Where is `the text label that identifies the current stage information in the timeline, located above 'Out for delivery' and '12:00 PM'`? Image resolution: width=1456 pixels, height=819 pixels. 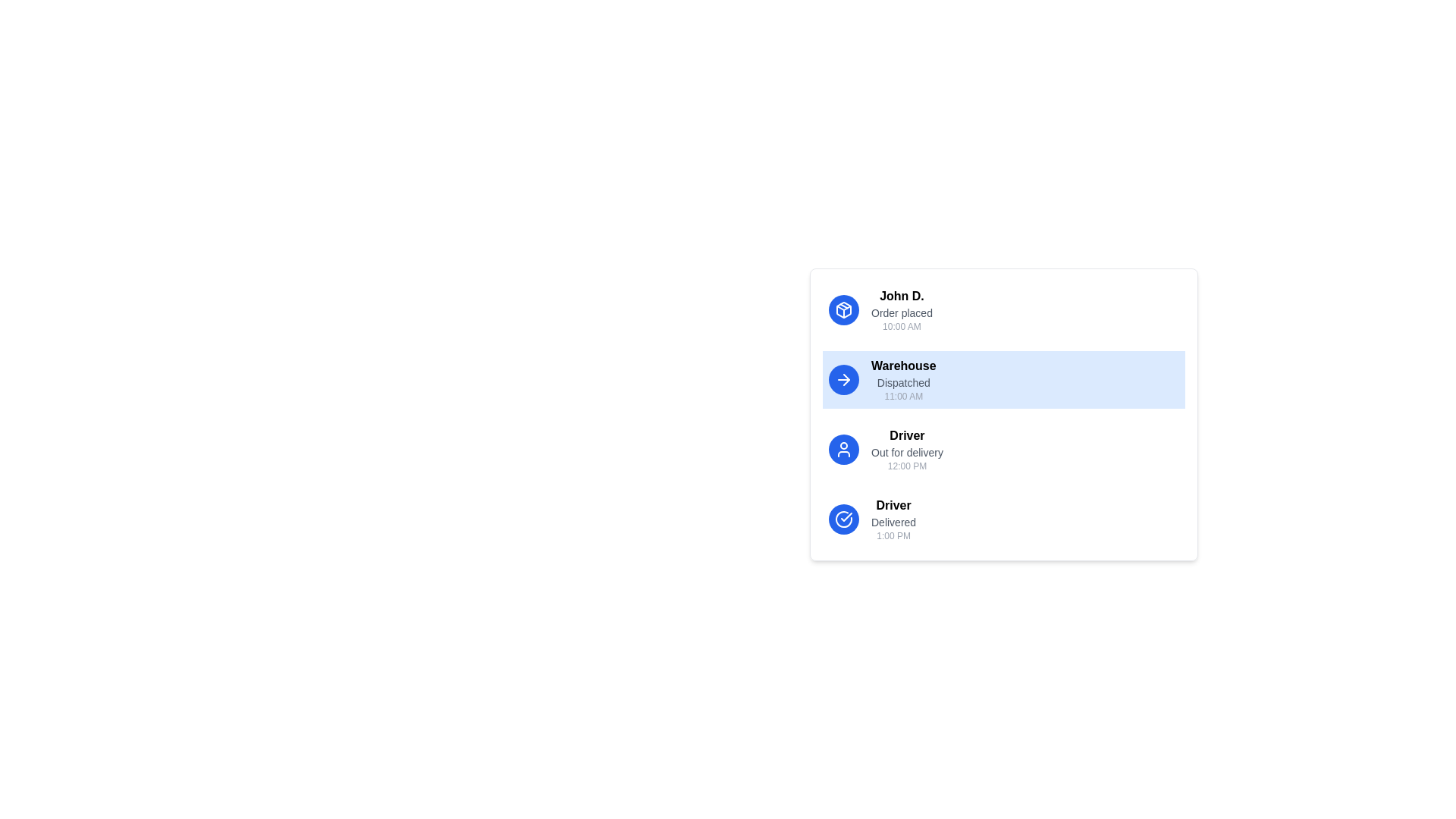
the text label that identifies the current stage information in the timeline, located above 'Out for delivery' and '12:00 PM' is located at coordinates (907, 435).